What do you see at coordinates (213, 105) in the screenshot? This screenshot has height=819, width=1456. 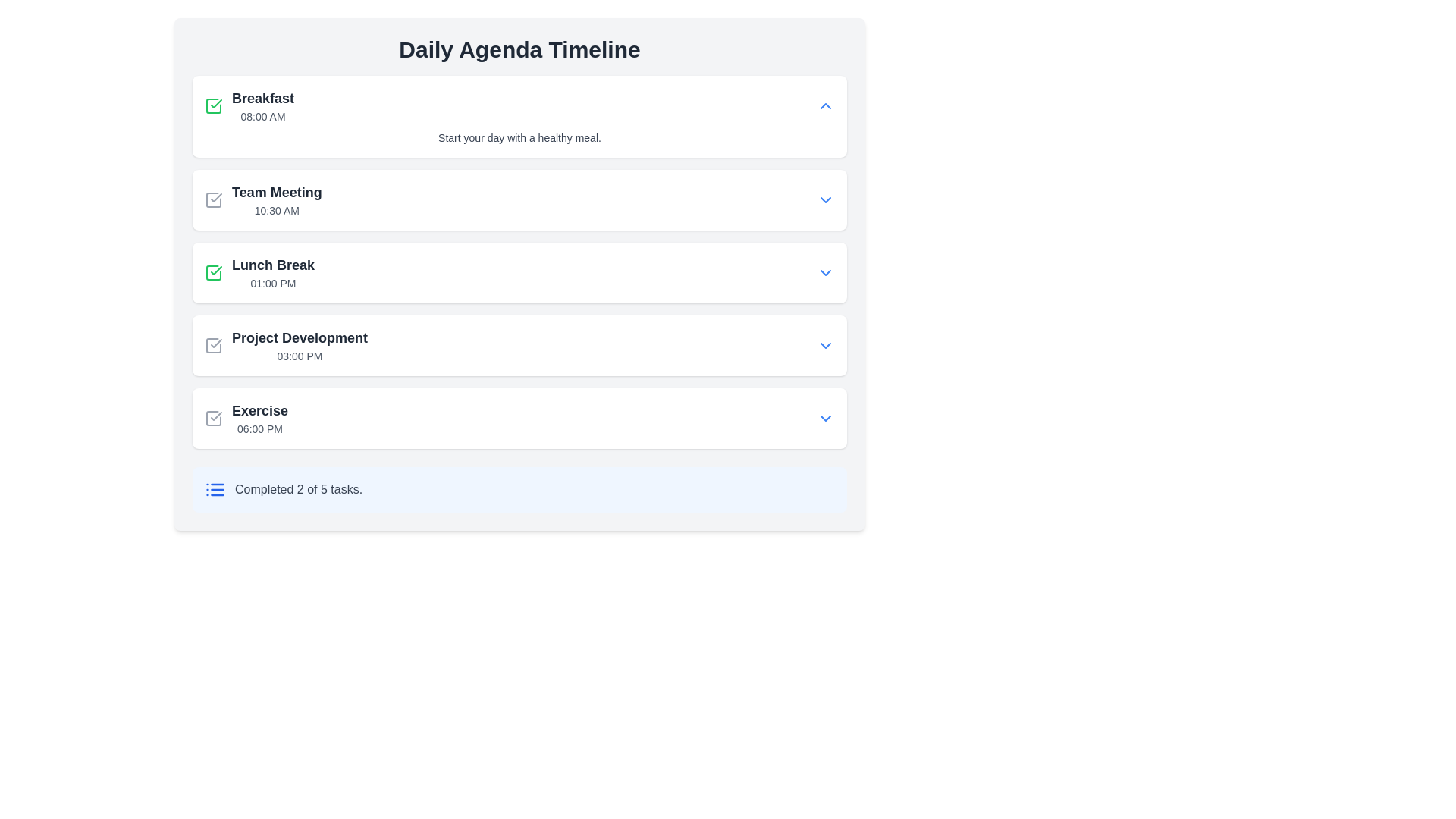 I see `the green checkbox icon representing a completed task, which is located to the left of the 'Breakfast' text in the first list item of the agenda timeline` at bounding box center [213, 105].